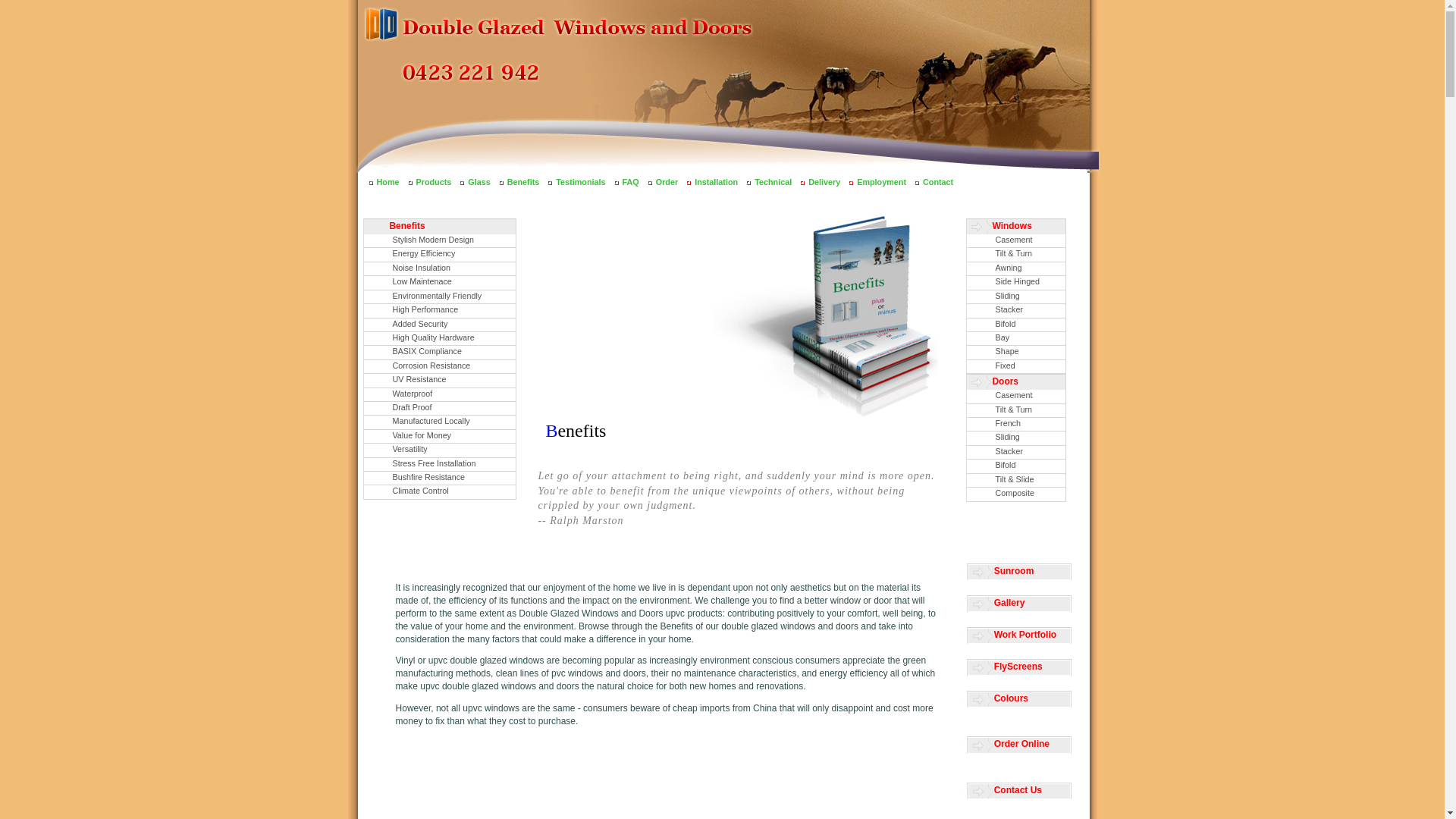 This screenshot has height=819, width=1456. Describe the element at coordinates (467, 180) in the screenshot. I see `'Glass'` at that location.